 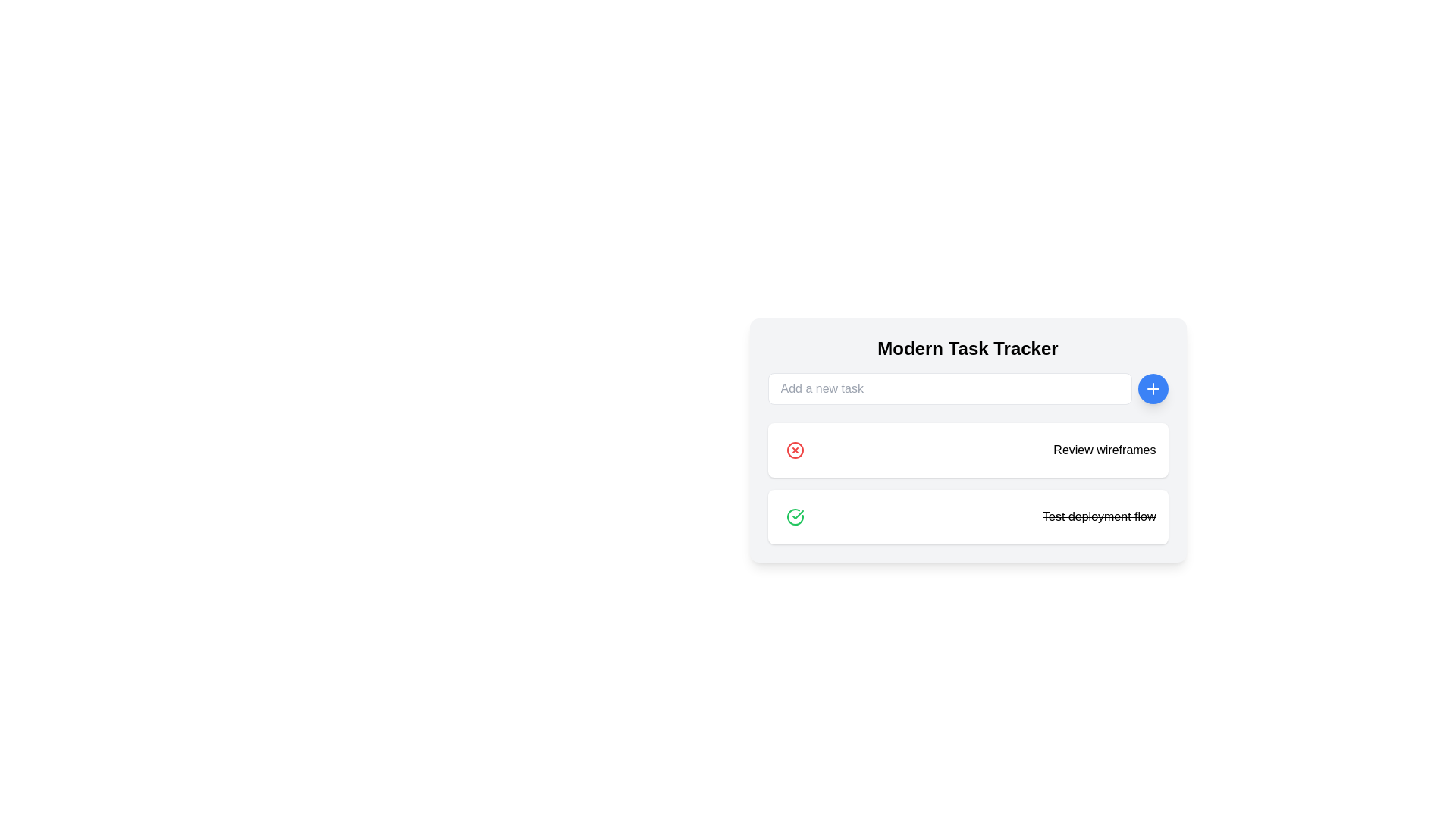 I want to click on the delete button located in the top-left corner of the 'Review wireframes' task entry under the 'Modern Task Tracker' header, so click(x=794, y=450).